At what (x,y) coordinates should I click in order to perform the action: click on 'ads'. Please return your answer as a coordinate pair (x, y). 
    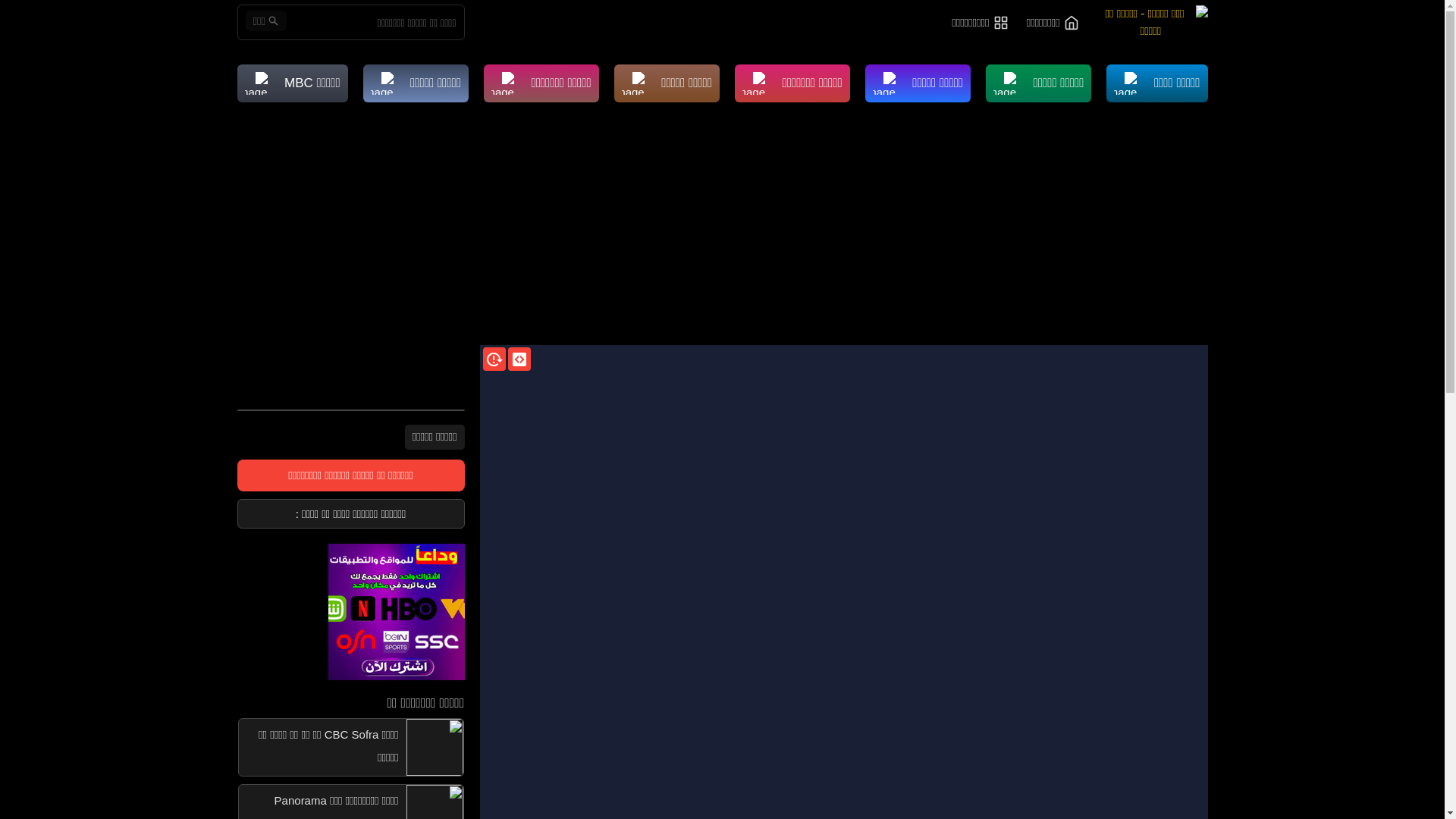
    Looking at the image, I should click on (349, 610).